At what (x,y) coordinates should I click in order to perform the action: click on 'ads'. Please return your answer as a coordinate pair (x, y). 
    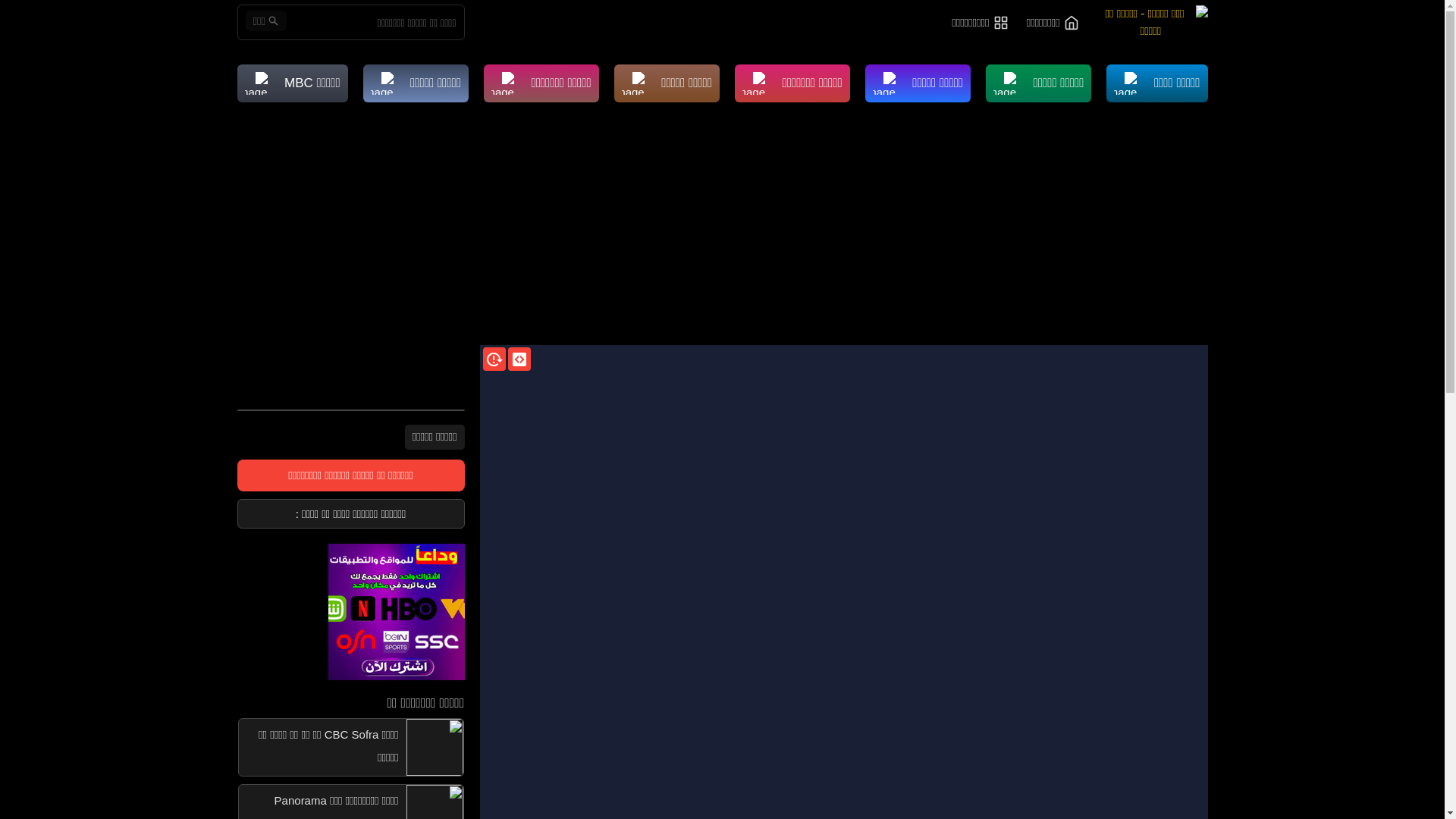
    Looking at the image, I should click on (349, 610).